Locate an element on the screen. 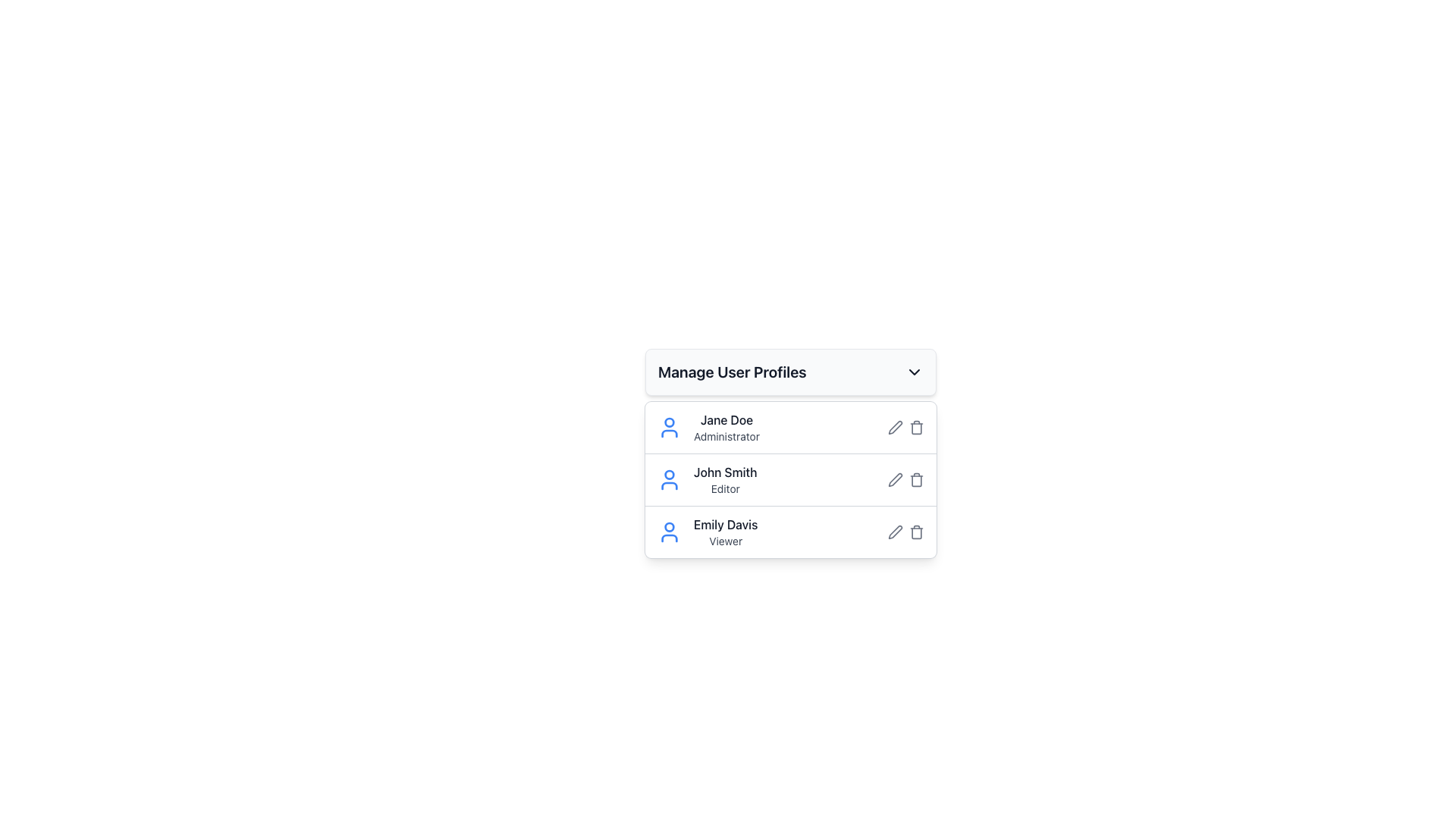  the decorative circle representing the head in the user icon for 'Jane Doe Administrator' is located at coordinates (669, 422).